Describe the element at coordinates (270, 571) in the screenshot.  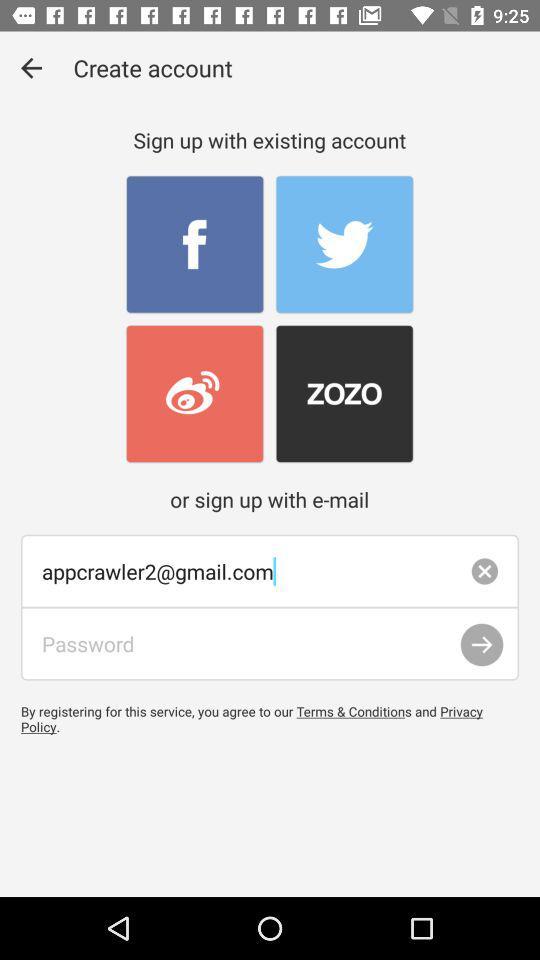
I see `the item below or sign up` at that location.